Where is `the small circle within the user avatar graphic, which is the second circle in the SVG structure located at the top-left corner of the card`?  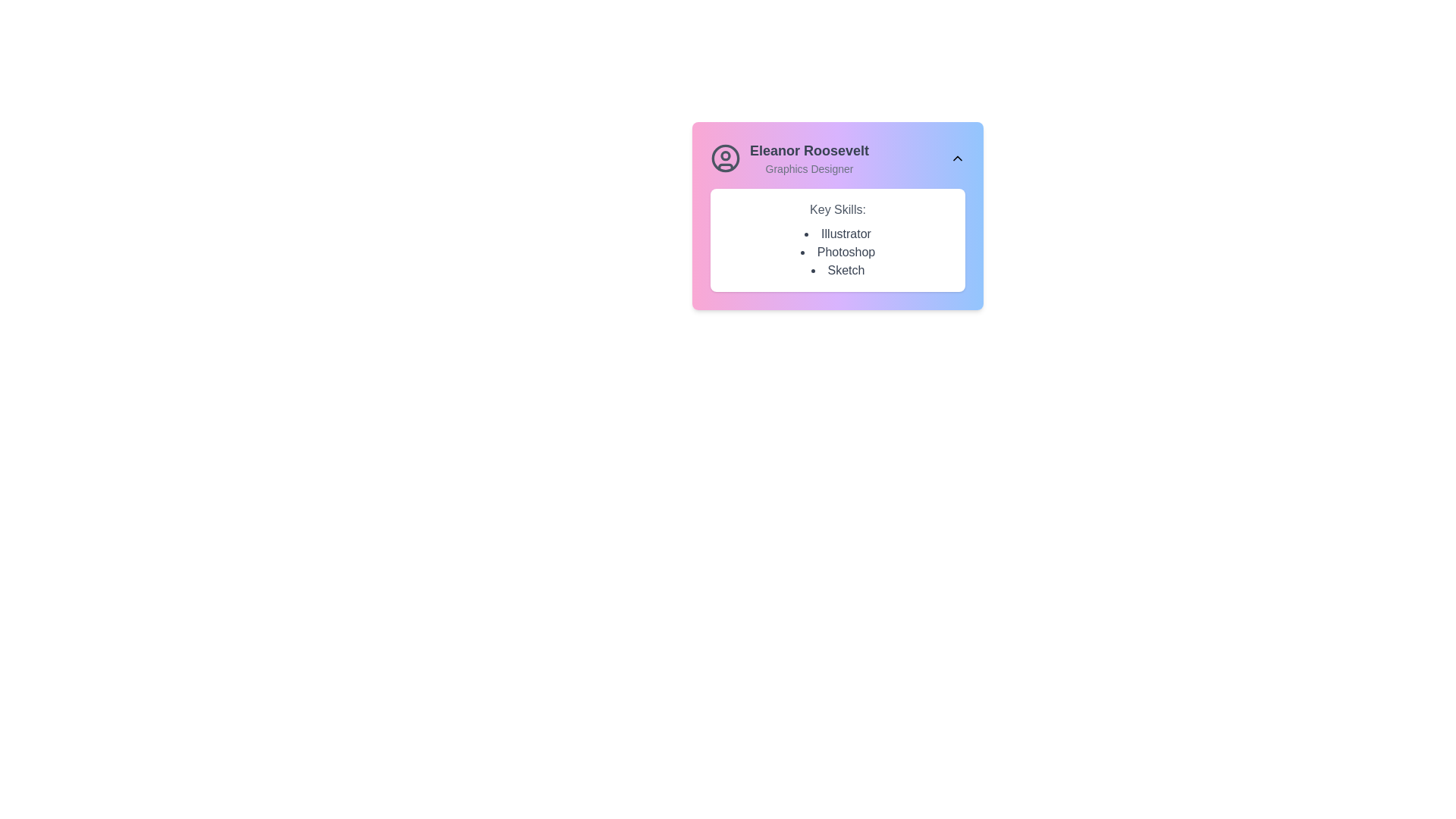 the small circle within the user avatar graphic, which is the second circle in the SVG structure located at the top-left corner of the card is located at coordinates (724, 155).